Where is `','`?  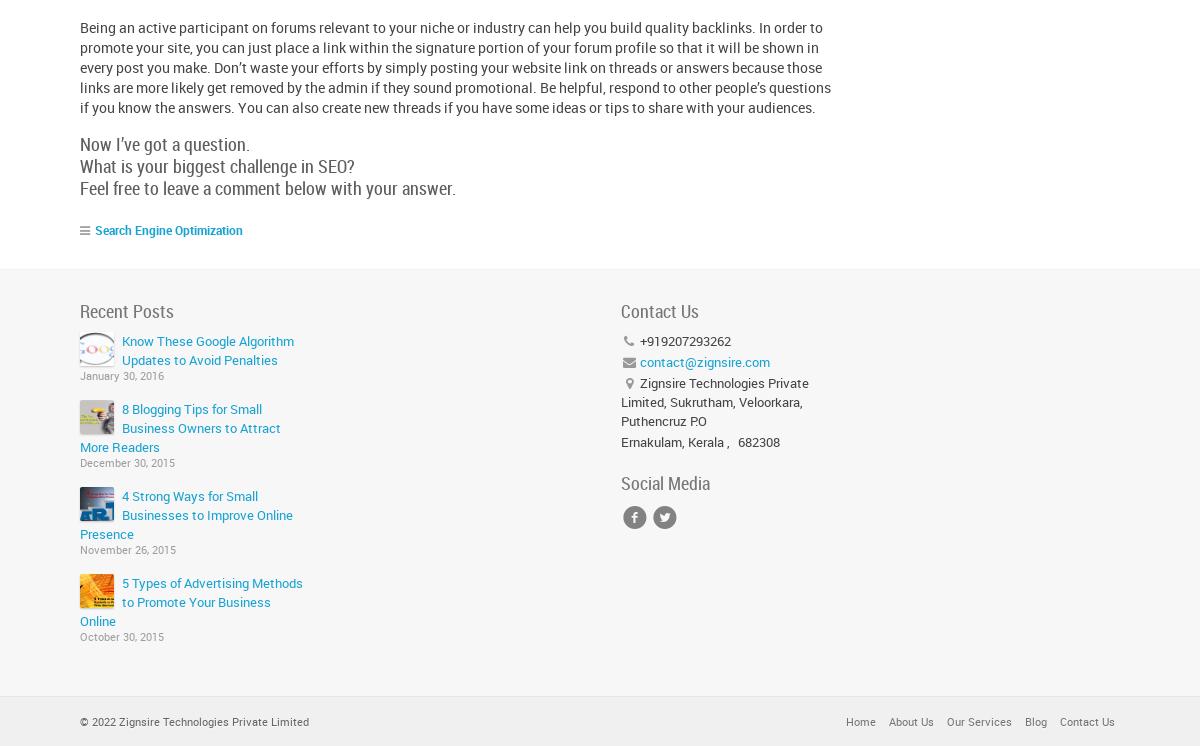 ',' is located at coordinates (727, 441).